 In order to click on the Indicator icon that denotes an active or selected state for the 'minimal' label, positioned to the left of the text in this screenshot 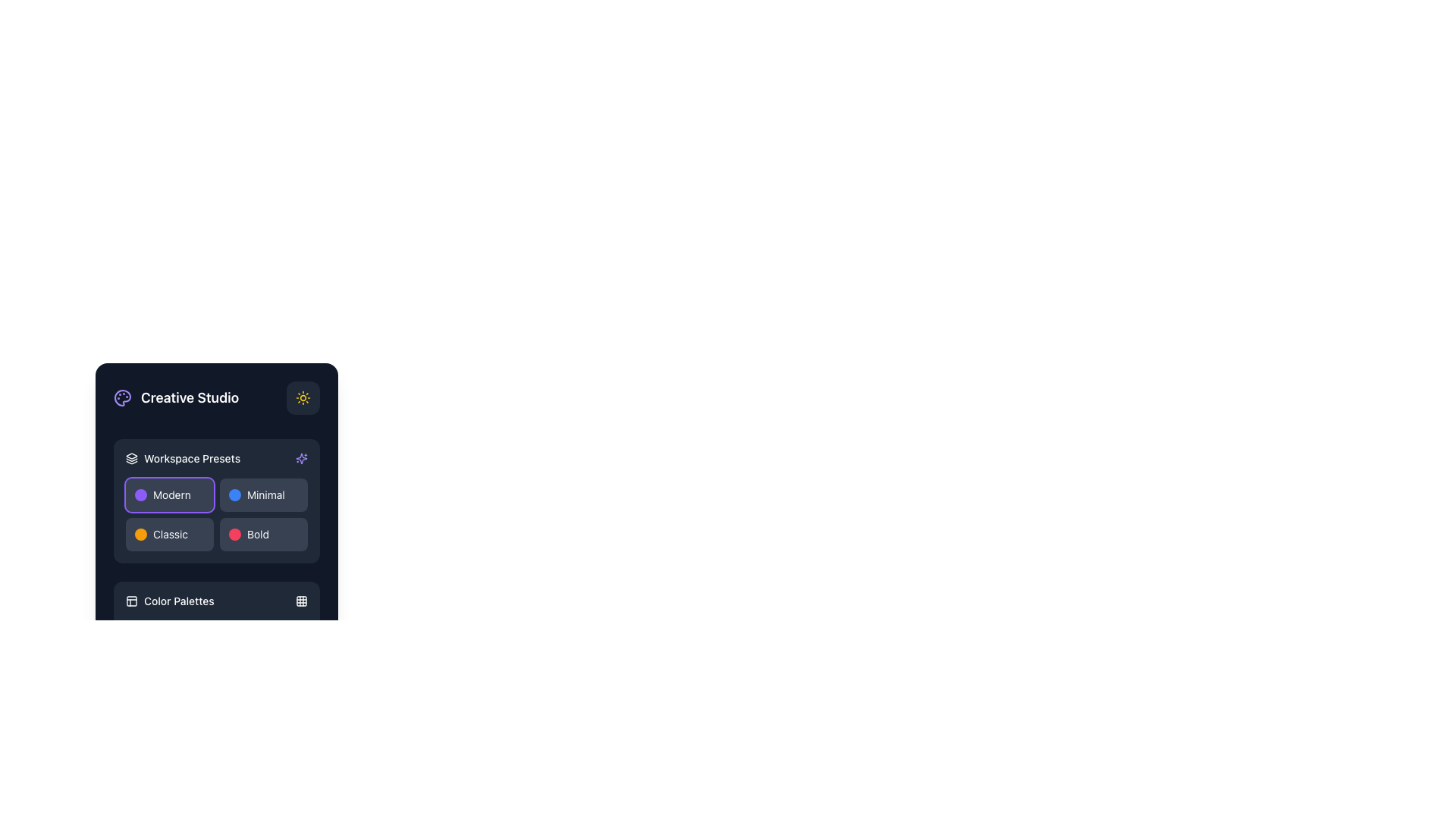, I will do `click(234, 494)`.